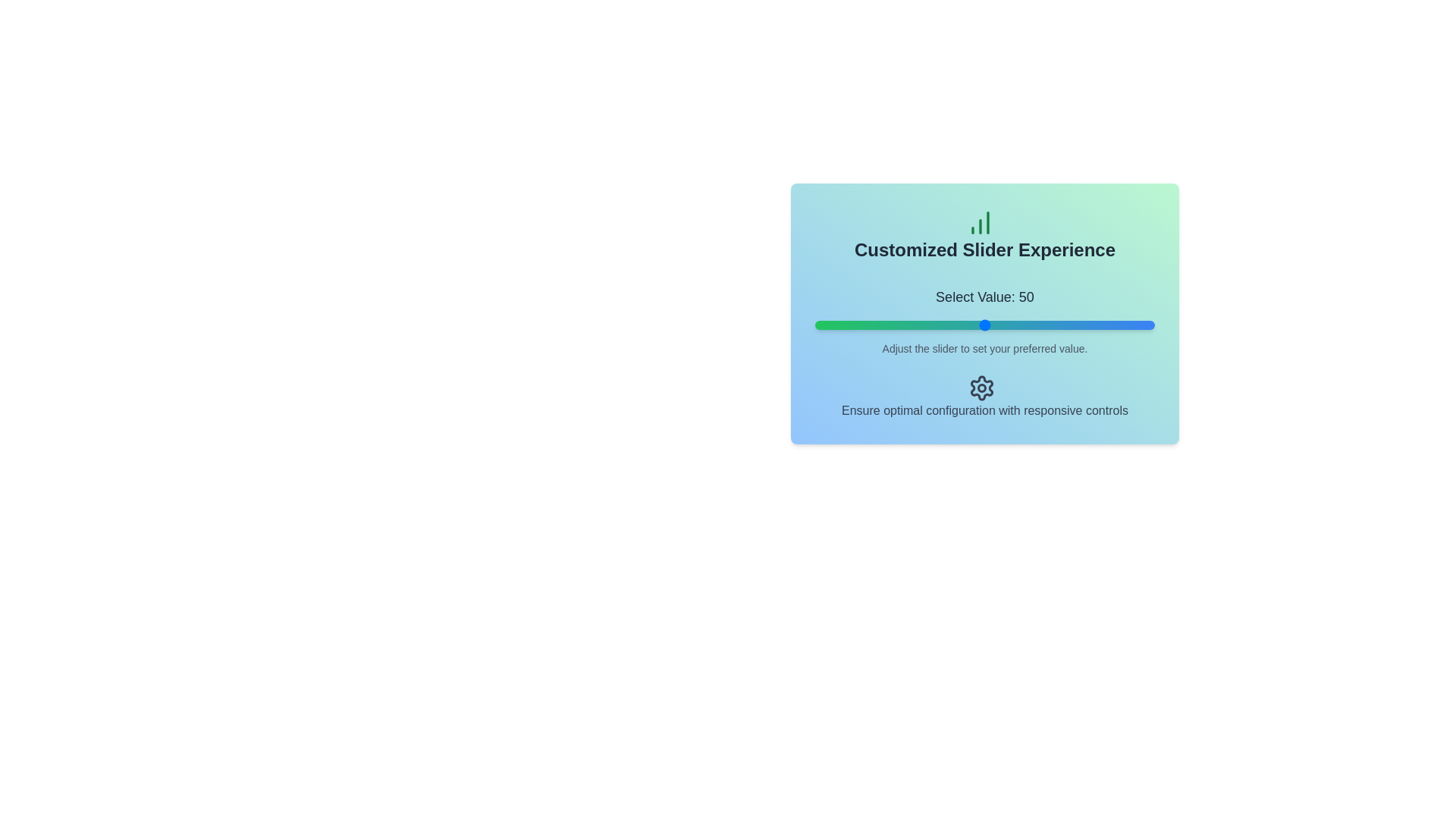 The image size is (1456, 819). I want to click on the slider to set its value to 76, so click(1072, 324).